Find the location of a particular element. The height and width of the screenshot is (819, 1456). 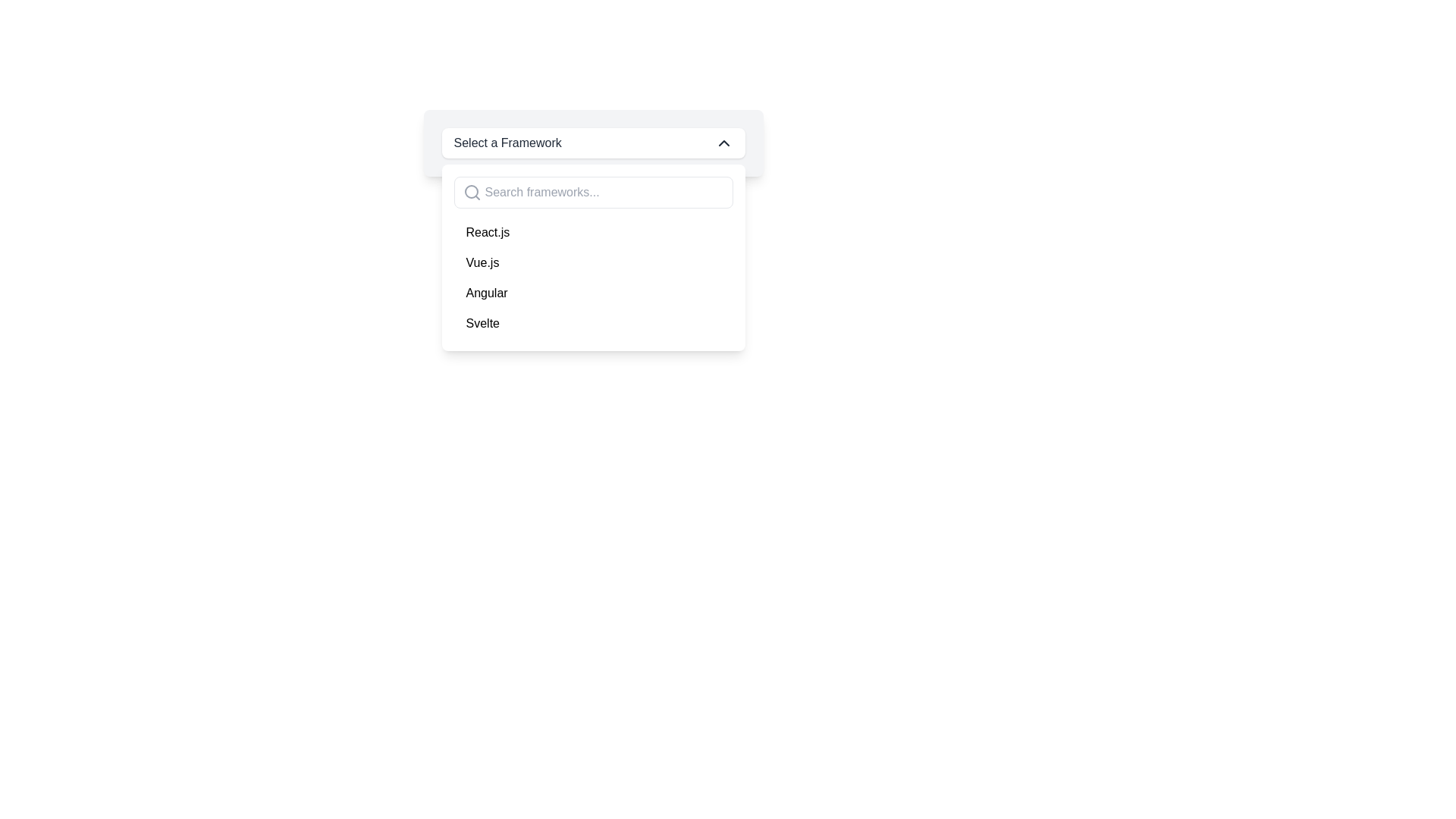

the search icon located inside the search bar at the top of the dropdown list, which visually represents the search action and is positioned adjacent to the placeholder text 'Search frameworks...' is located at coordinates (471, 192).